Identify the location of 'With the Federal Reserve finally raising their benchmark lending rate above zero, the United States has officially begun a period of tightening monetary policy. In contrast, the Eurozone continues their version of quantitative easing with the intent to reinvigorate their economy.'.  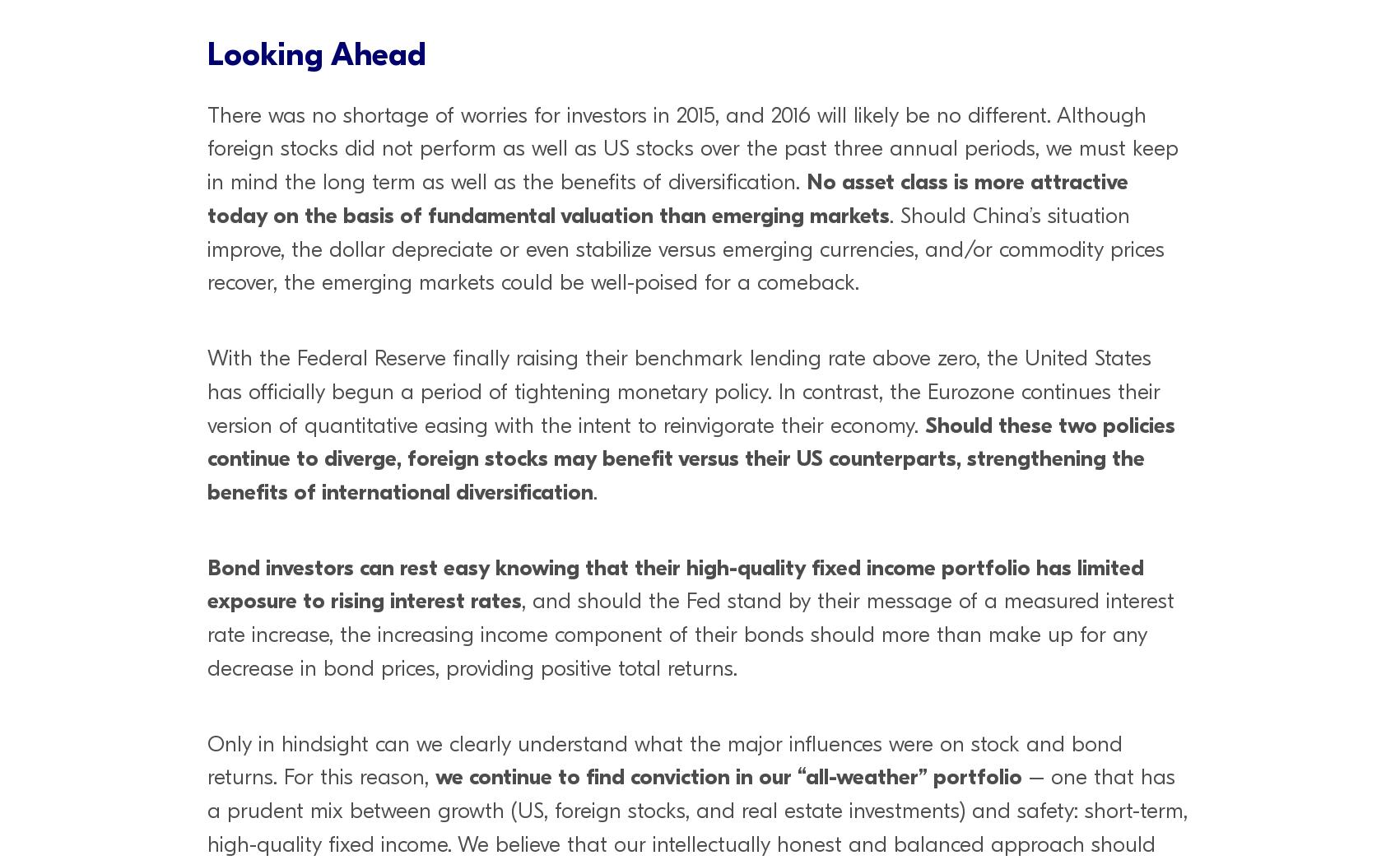
(683, 390).